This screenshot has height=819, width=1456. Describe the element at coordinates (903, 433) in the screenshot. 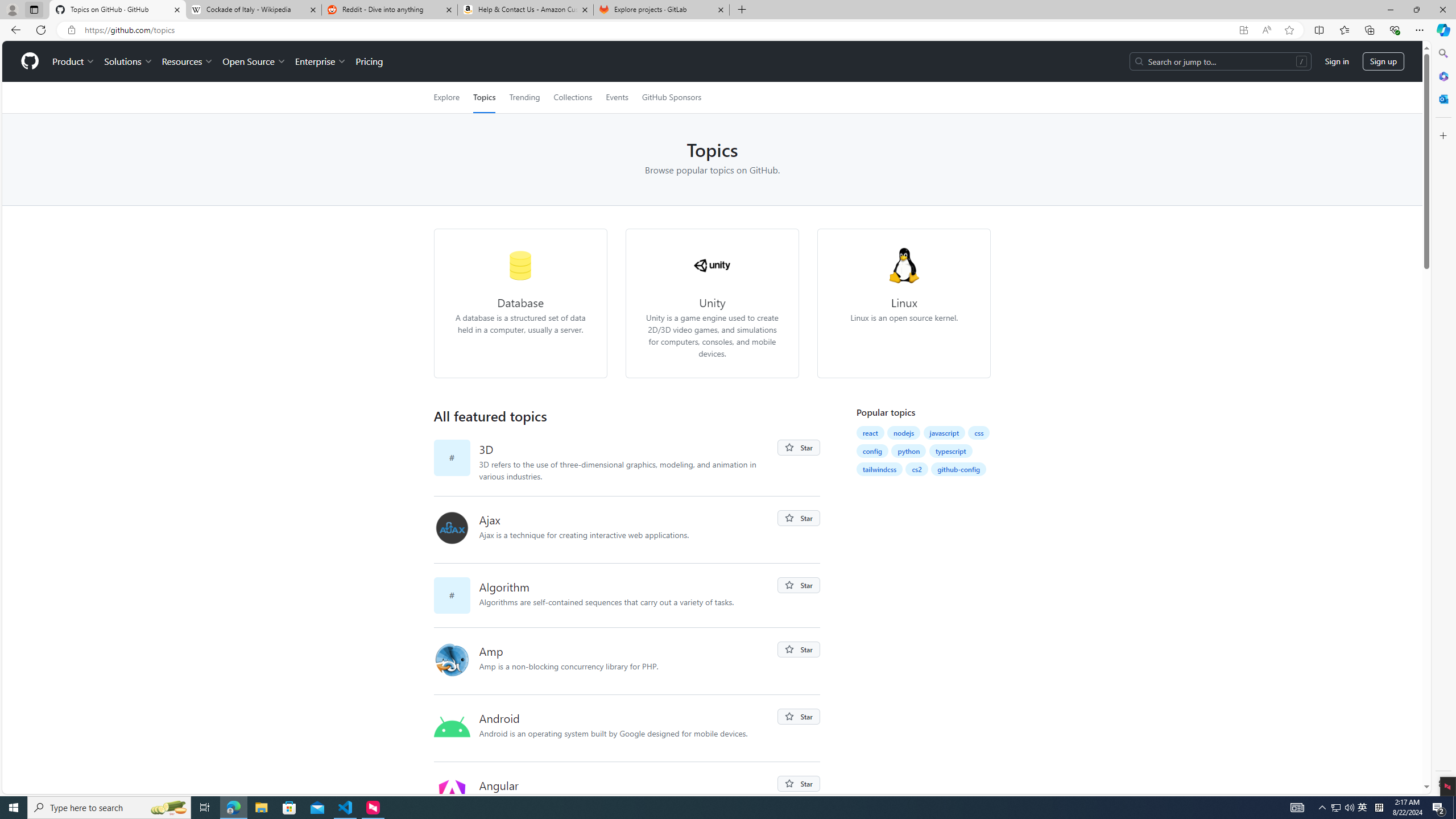

I see `'nodejs'` at that location.